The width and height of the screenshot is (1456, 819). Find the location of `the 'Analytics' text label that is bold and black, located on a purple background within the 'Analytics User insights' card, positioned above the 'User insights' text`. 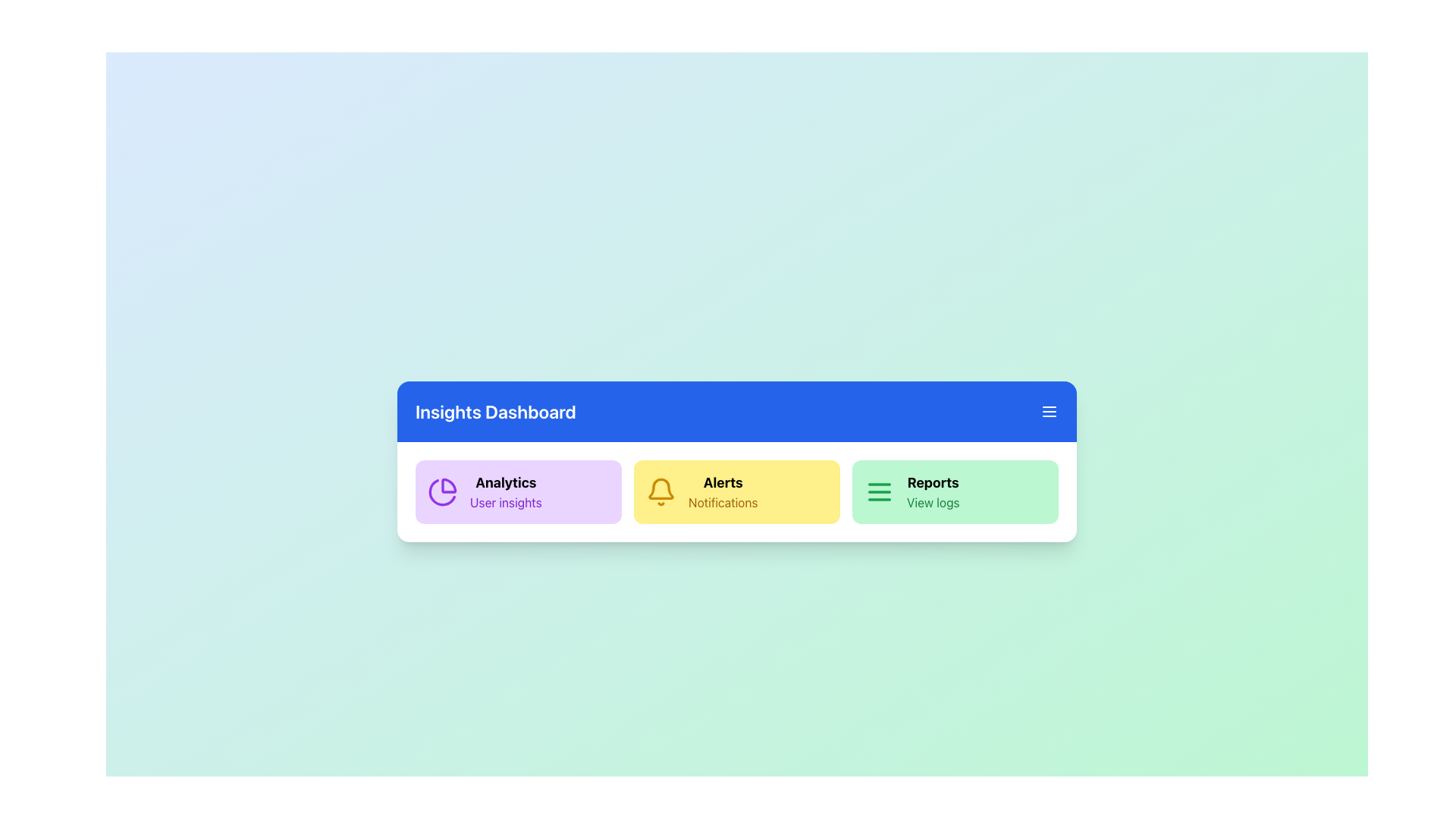

the 'Analytics' text label that is bold and black, located on a purple background within the 'Analytics User insights' card, positioned above the 'User insights' text is located at coordinates (506, 482).